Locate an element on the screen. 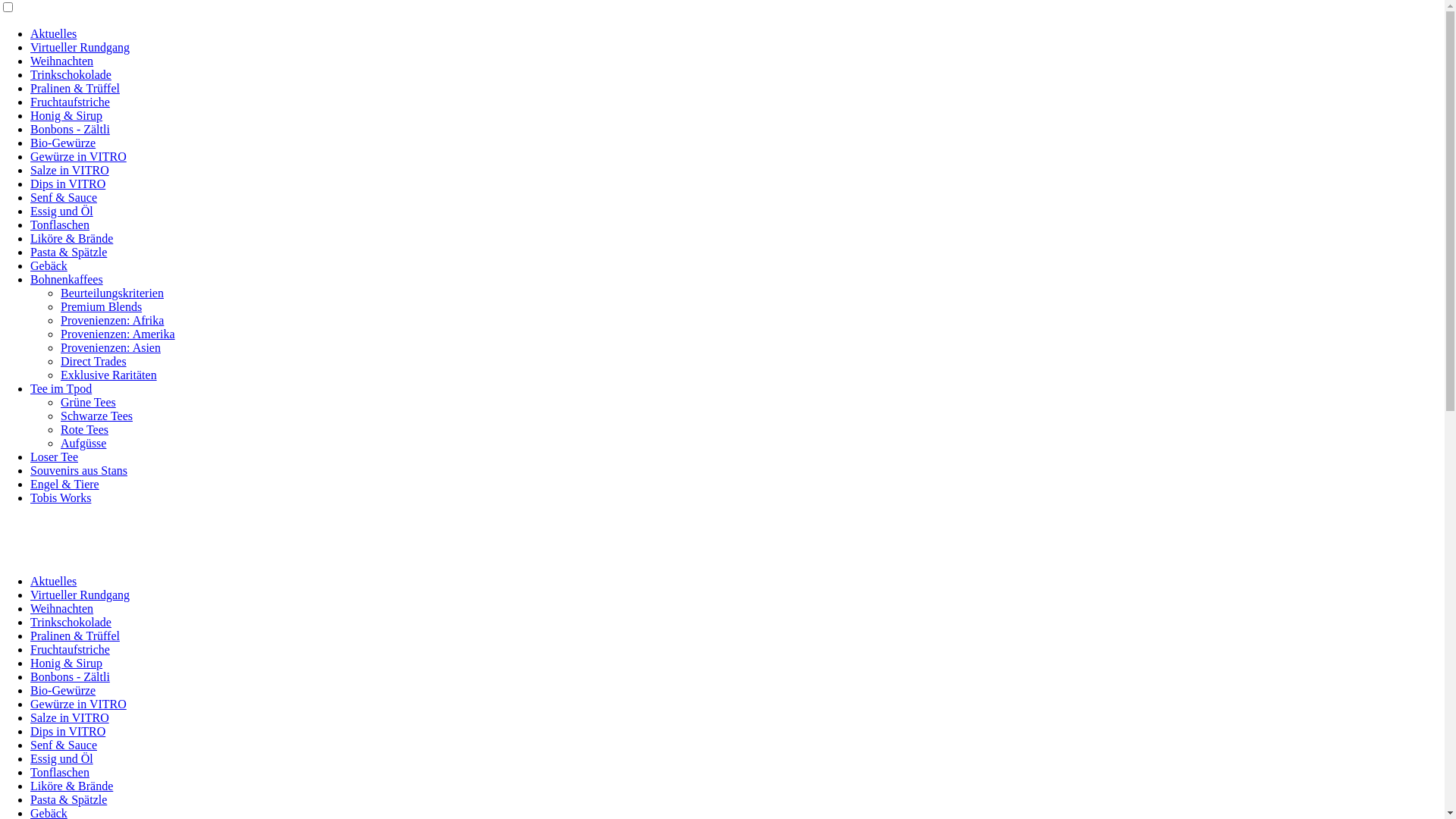 The height and width of the screenshot is (819, 1456). 'Senf & Sauce' is located at coordinates (62, 744).